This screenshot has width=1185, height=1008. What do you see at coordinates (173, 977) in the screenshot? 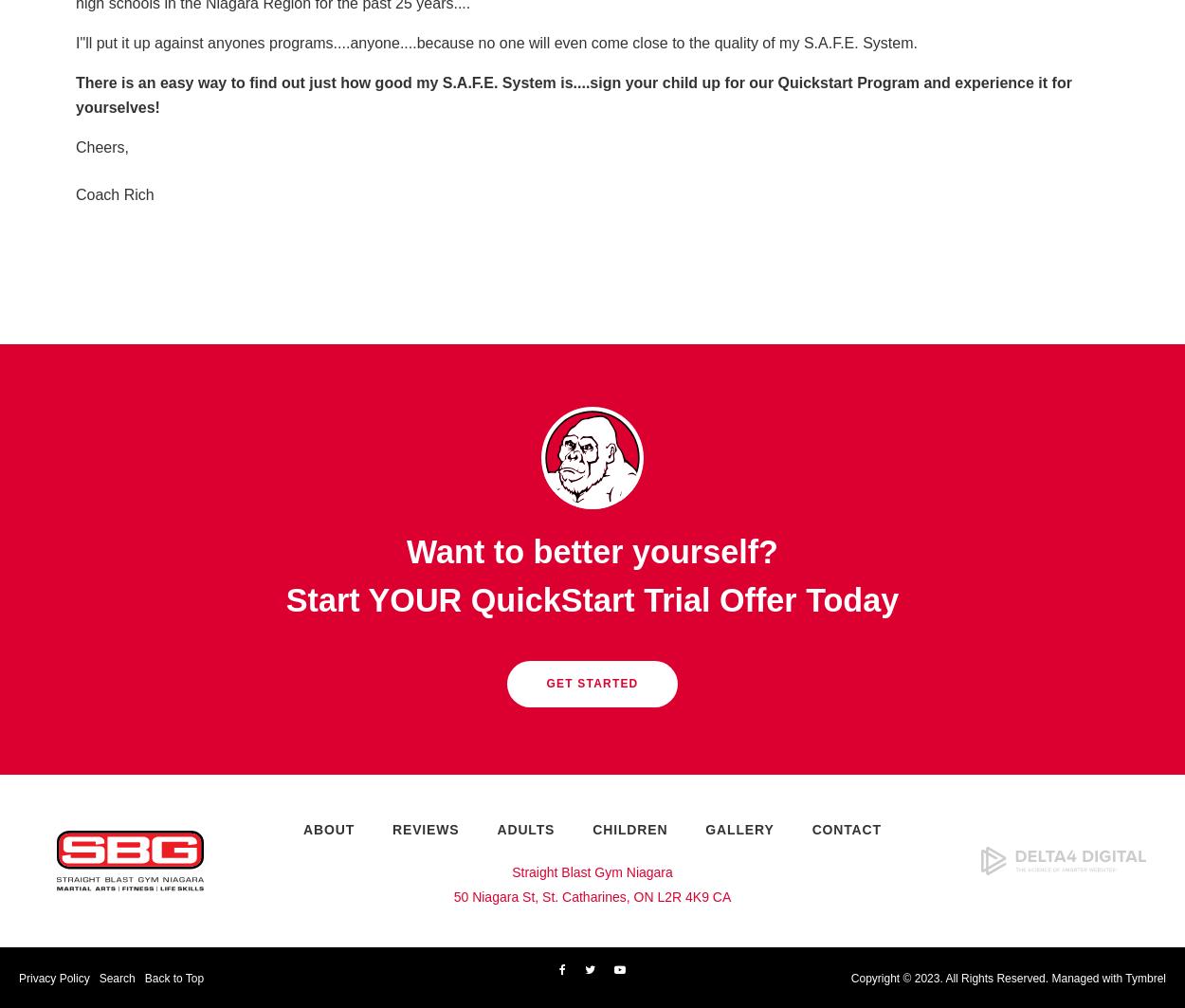
I see `'Back to Top'` at bounding box center [173, 977].